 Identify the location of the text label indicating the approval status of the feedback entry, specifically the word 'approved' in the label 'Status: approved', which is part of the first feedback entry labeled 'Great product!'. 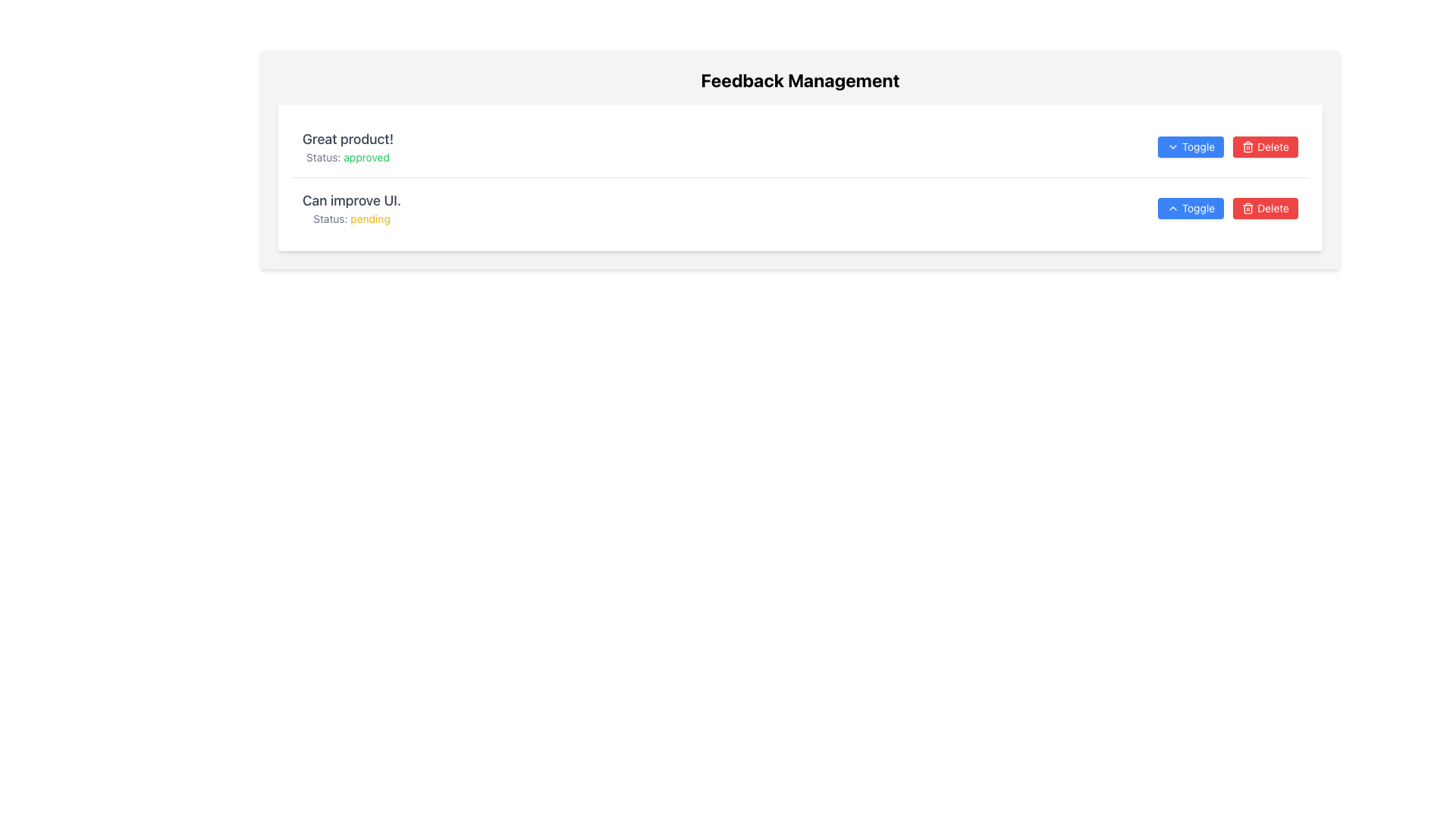
(366, 157).